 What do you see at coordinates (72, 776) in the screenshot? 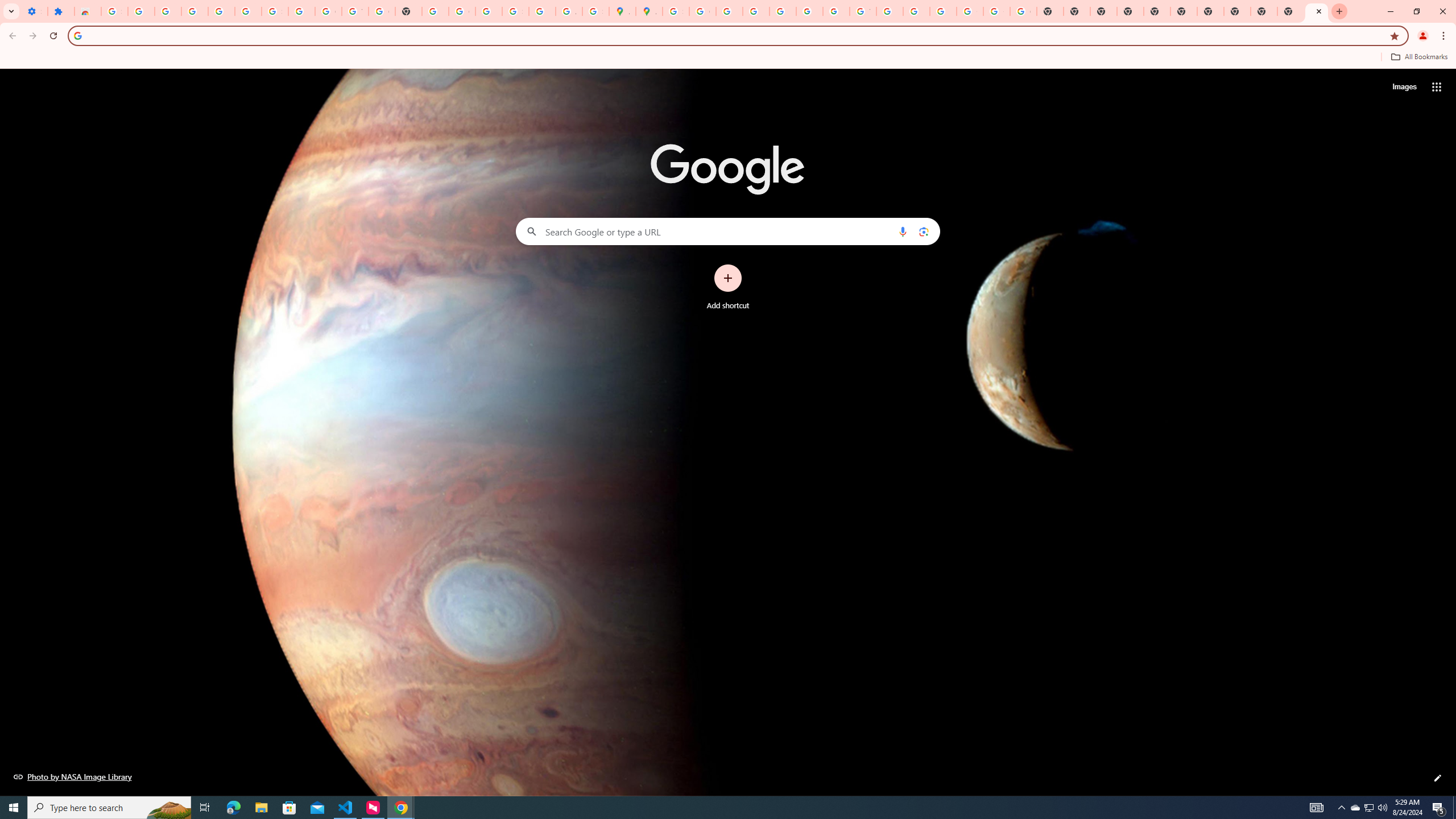
I see `'Photo by NASA Image Library'` at bounding box center [72, 776].